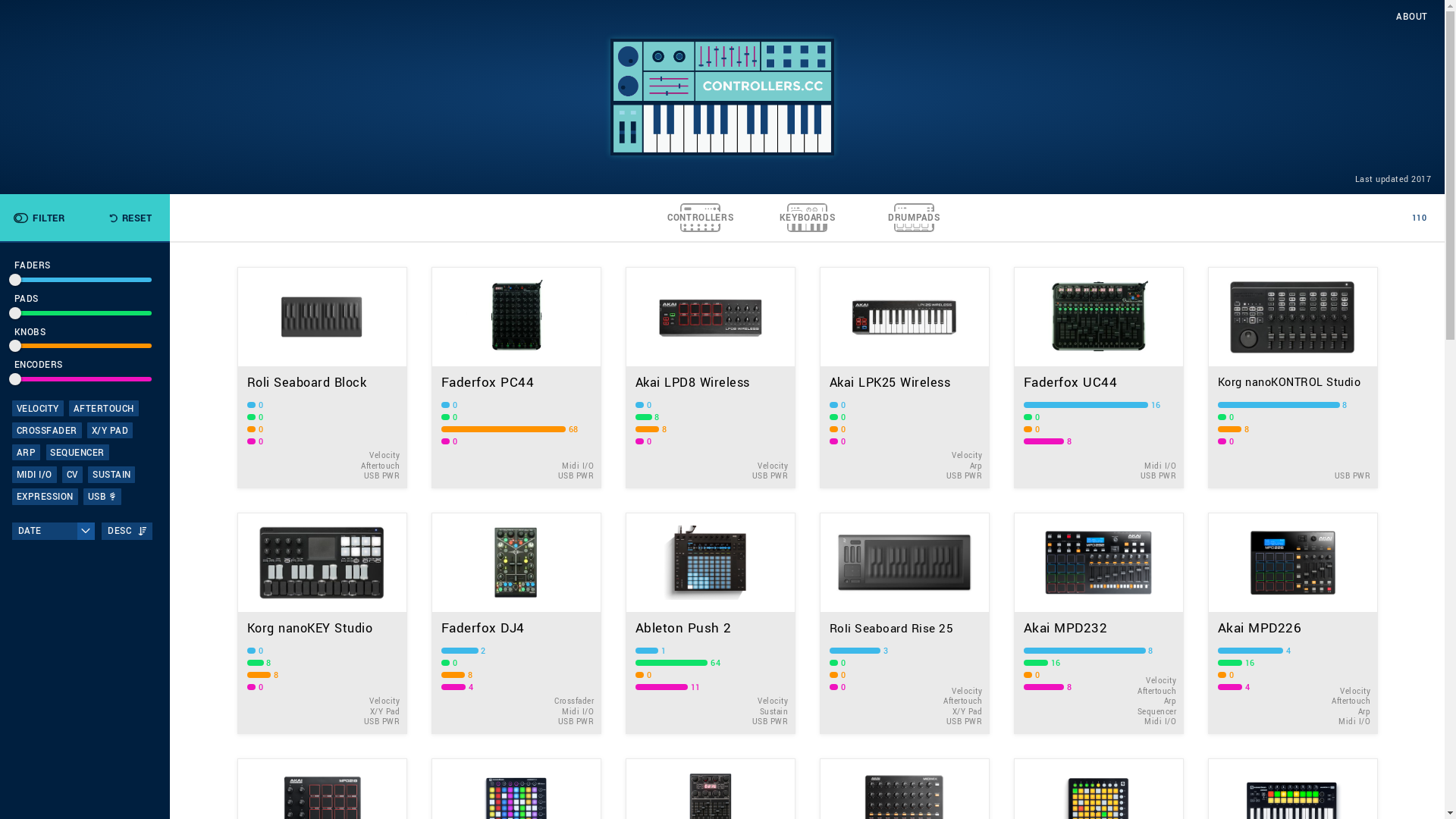  I want to click on 'ABOUT', so click(1411, 17).